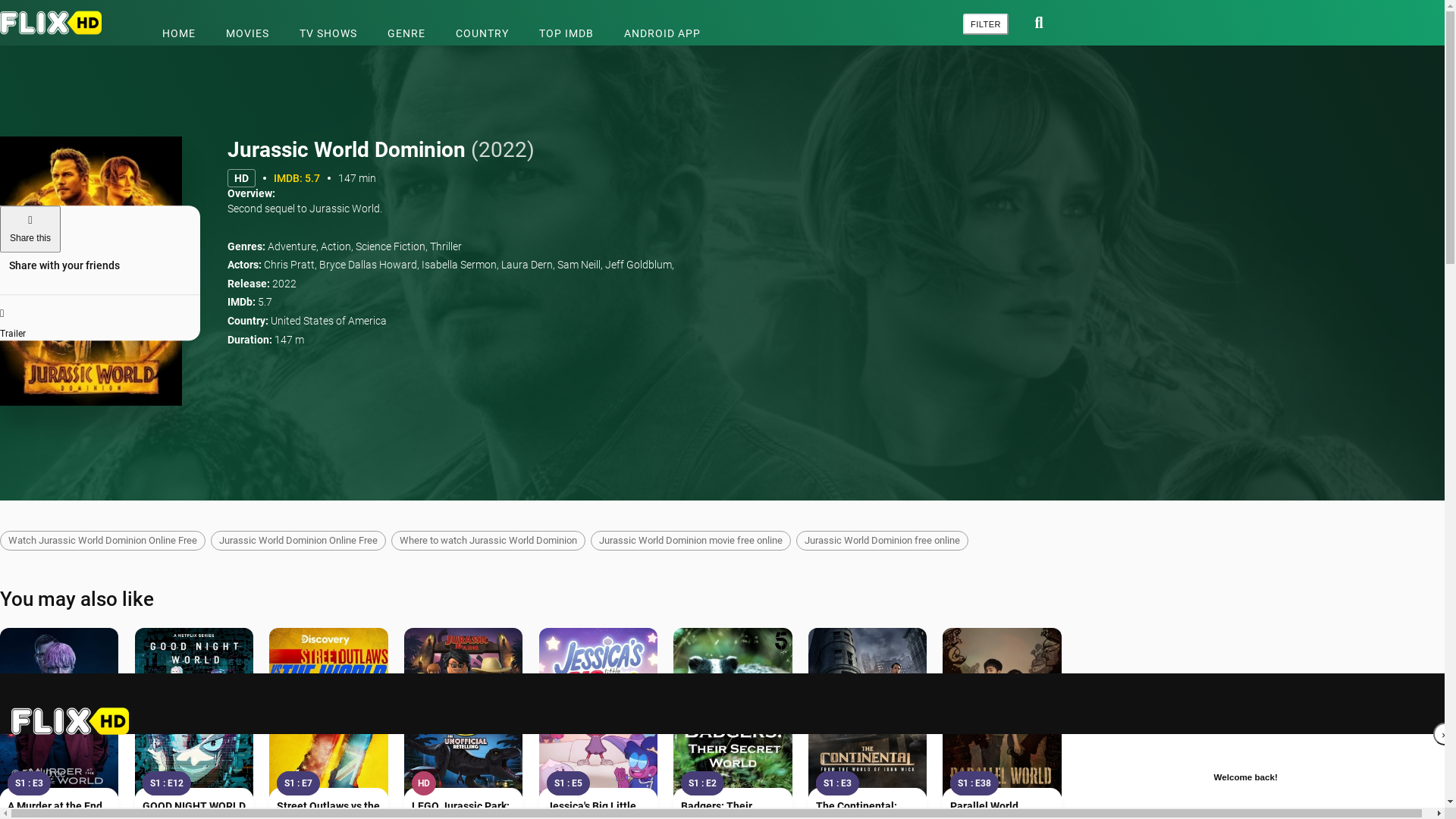  I want to click on 'United States of America', so click(328, 320).